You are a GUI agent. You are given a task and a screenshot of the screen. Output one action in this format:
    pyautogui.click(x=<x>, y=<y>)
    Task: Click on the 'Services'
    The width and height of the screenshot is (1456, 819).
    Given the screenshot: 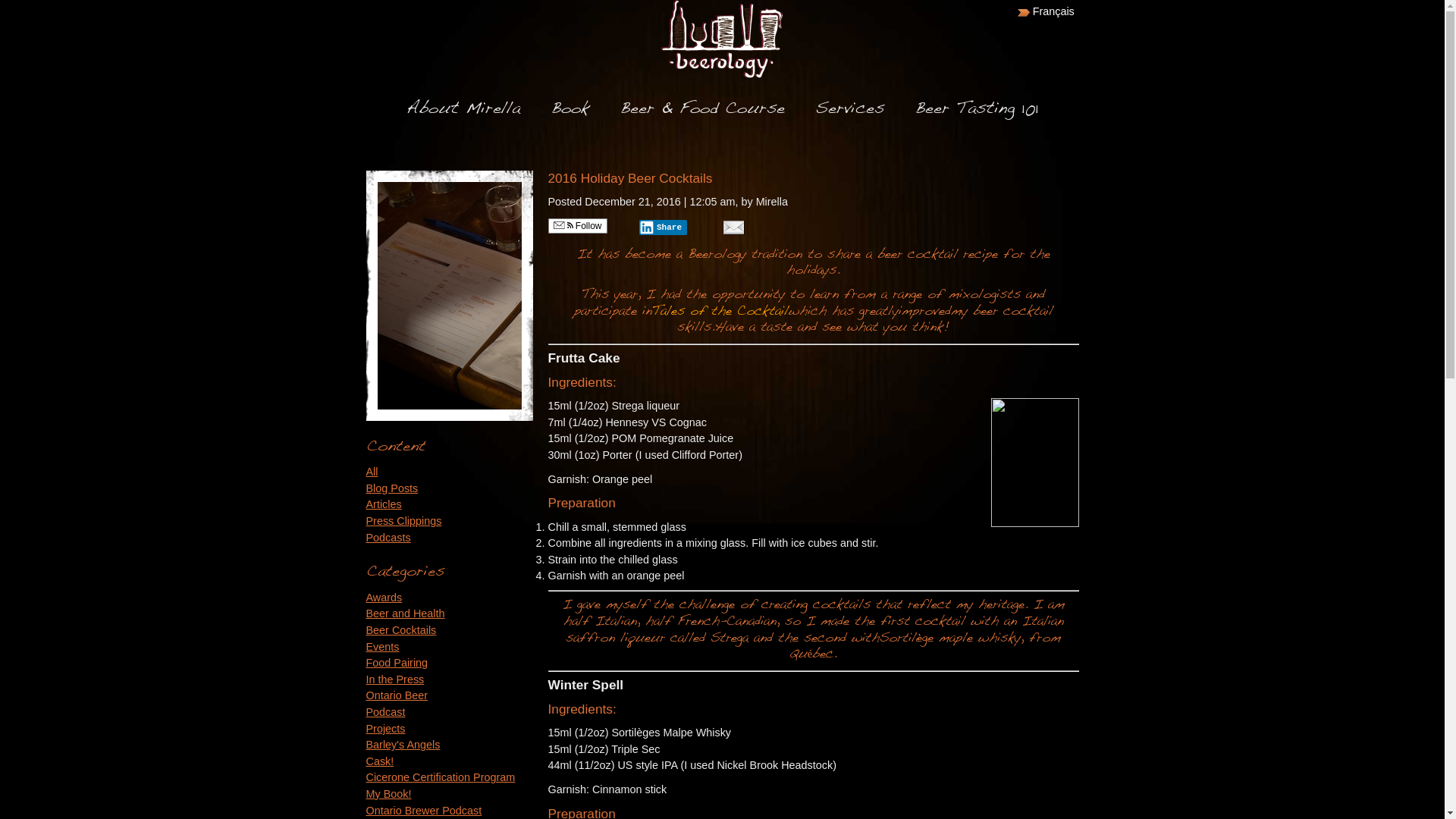 What is the action you would take?
    pyautogui.click(x=814, y=108)
    